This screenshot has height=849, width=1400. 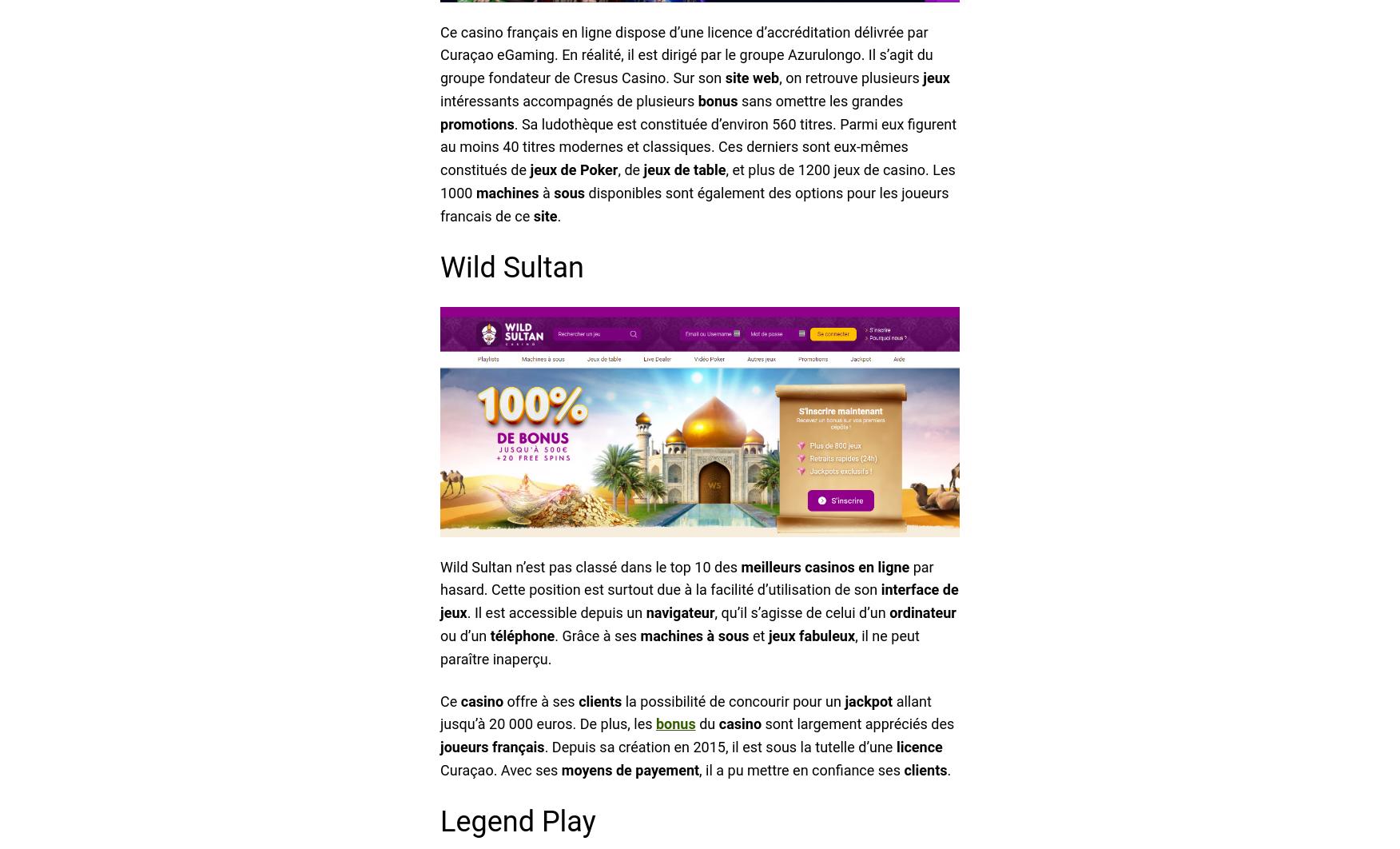 What do you see at coordinates (770, 566) in the screenshot?
I see `'meilleurs'` at bounding box center [770, 566].